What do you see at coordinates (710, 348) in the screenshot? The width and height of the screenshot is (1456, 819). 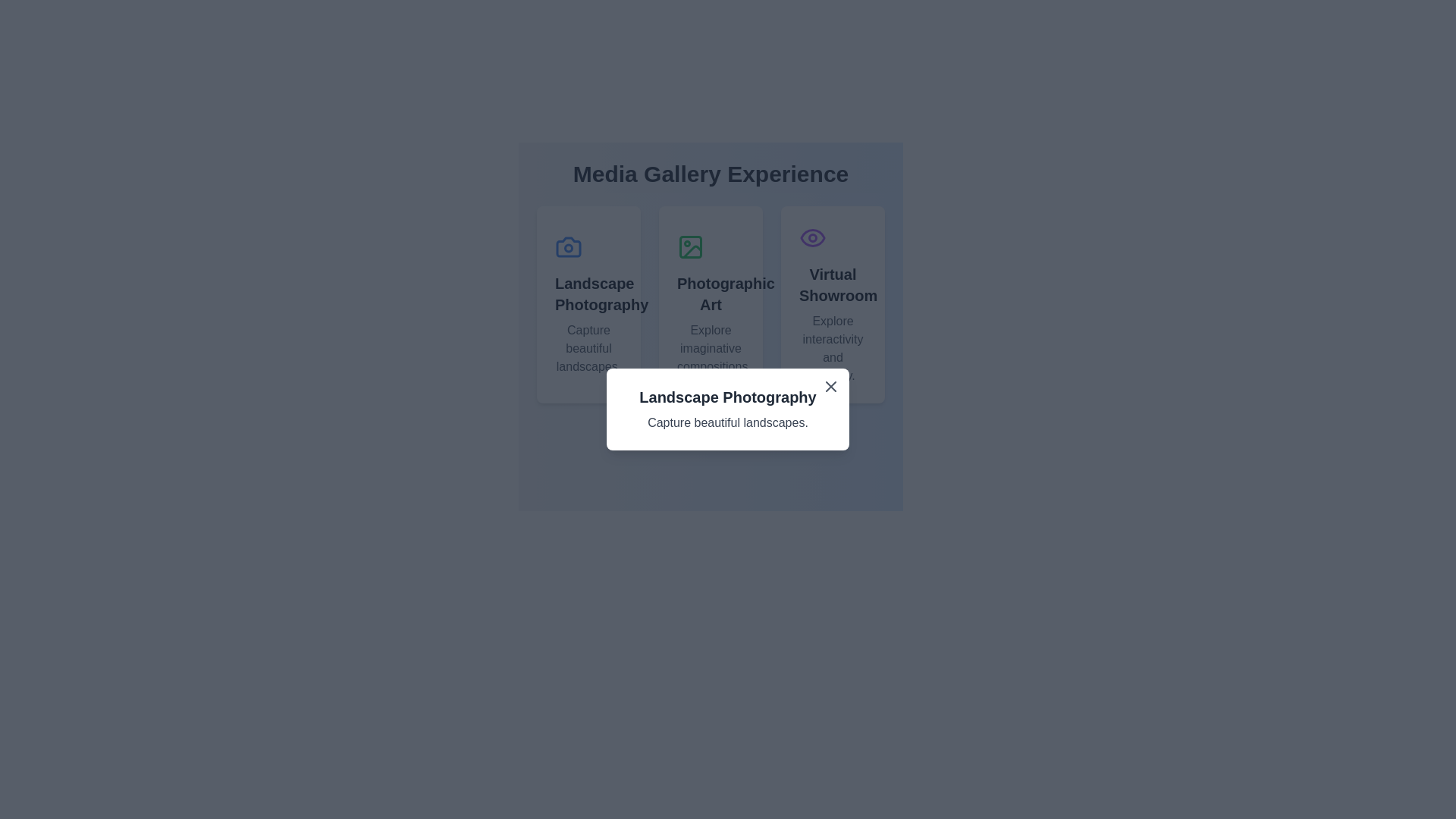 I see `descriptive tagline text label located below the 'Photographic Art' text in the central card structure` at bounding box center [710, 348].